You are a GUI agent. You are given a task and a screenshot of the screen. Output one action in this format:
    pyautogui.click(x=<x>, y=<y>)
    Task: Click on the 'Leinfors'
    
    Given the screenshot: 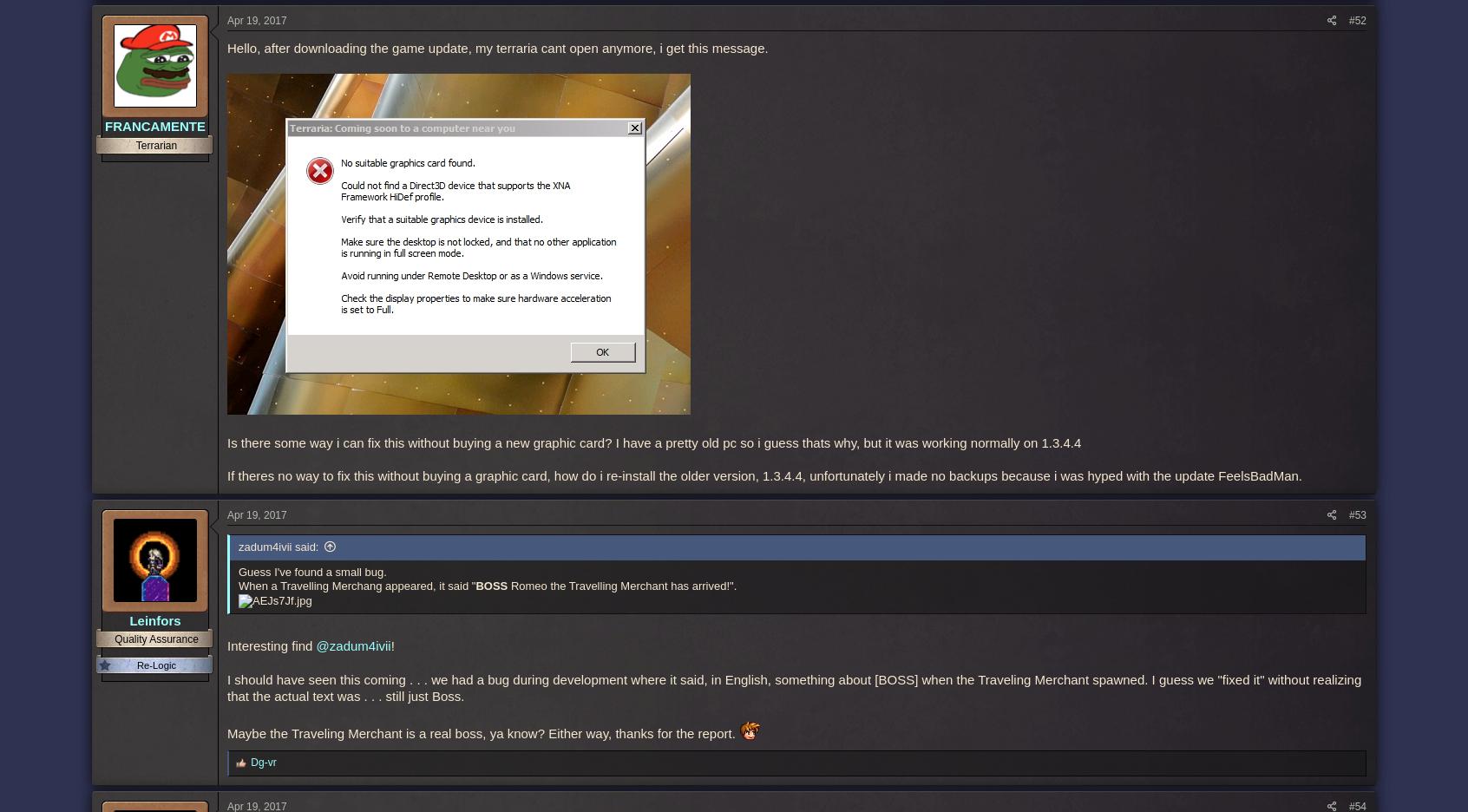 What is the action you would take?
    pyautogui.click(x=154, y=619)
    